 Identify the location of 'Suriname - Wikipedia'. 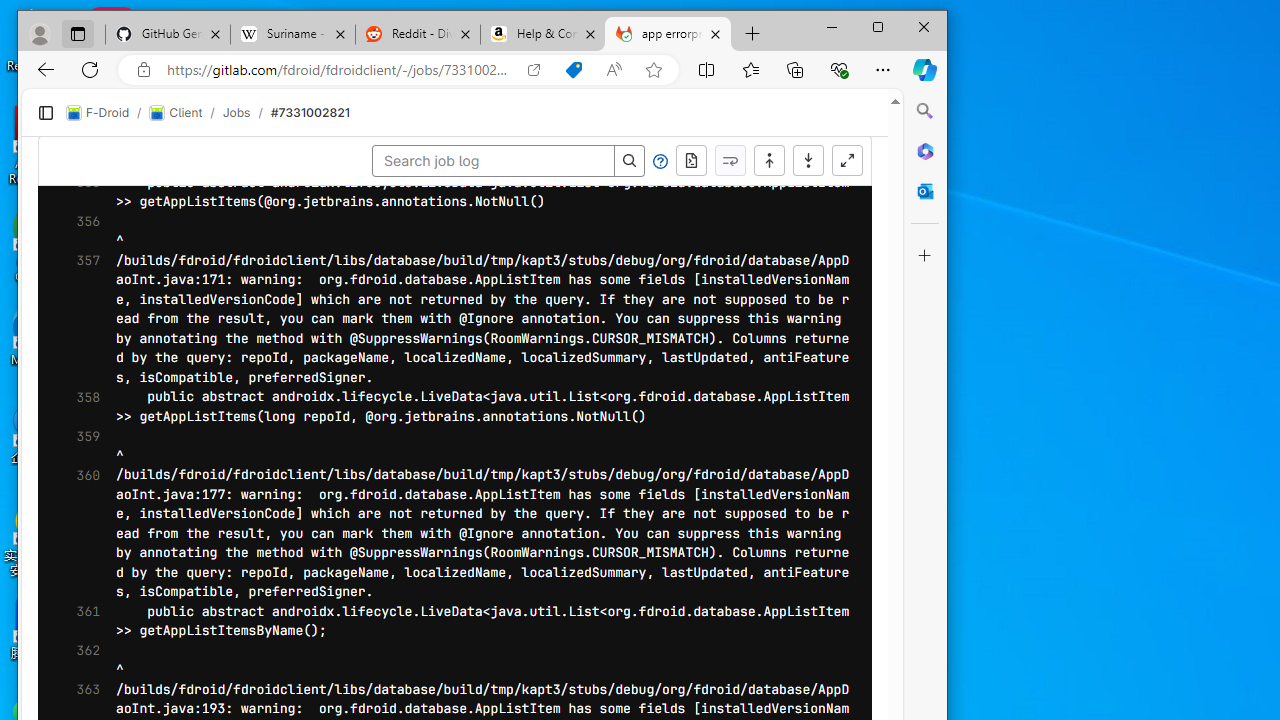
(291, 34).